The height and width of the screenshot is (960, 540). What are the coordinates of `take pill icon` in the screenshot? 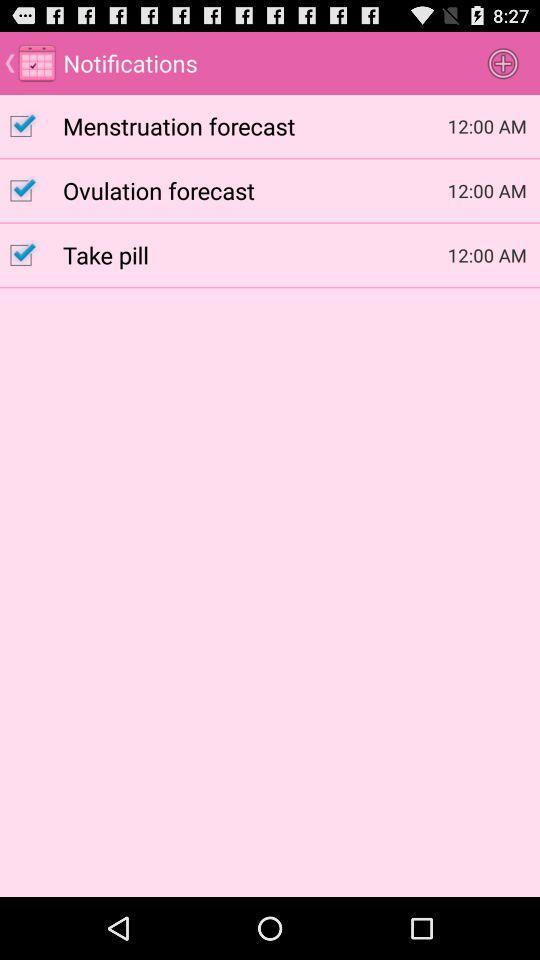 It's located at (255, 253).